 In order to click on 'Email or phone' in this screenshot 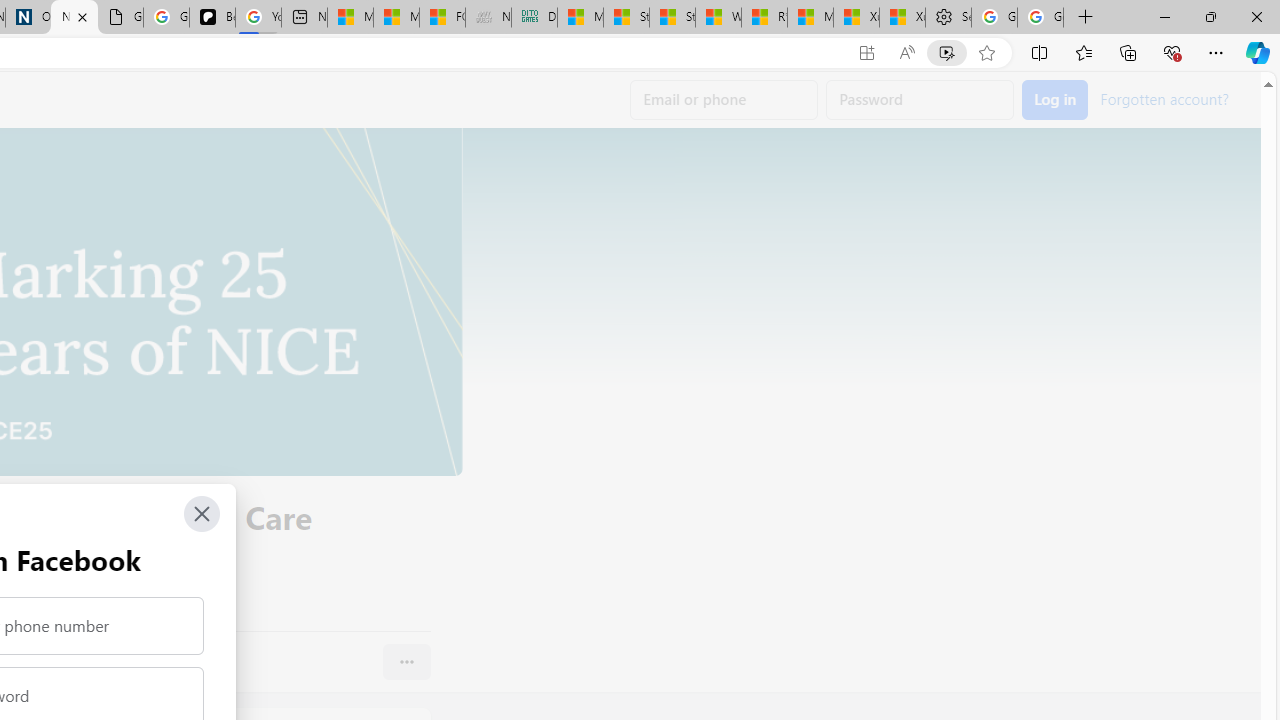, I will do `click(723, 100)`.